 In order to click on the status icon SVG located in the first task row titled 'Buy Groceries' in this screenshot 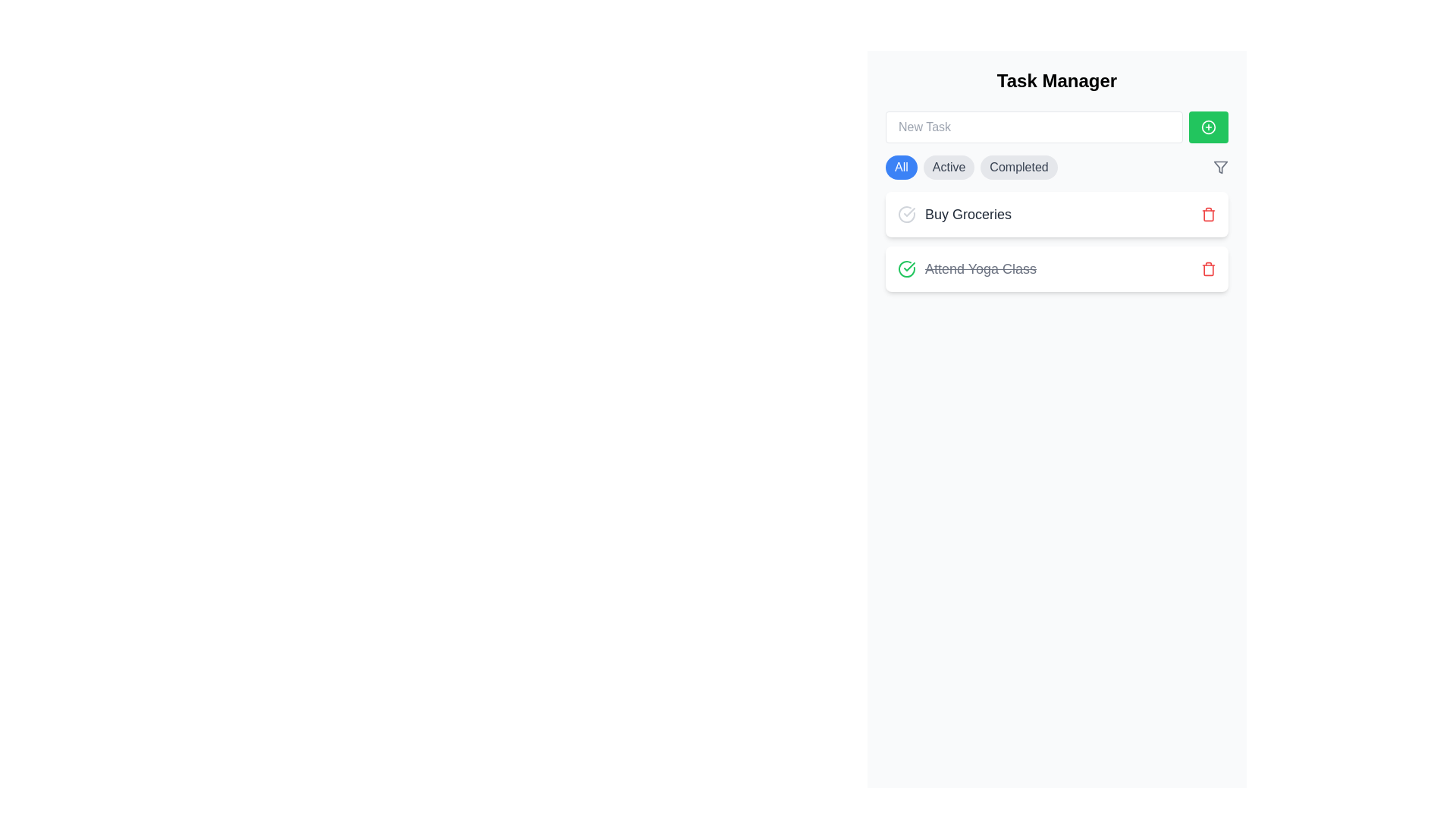, I will do `click(906, 214)`.